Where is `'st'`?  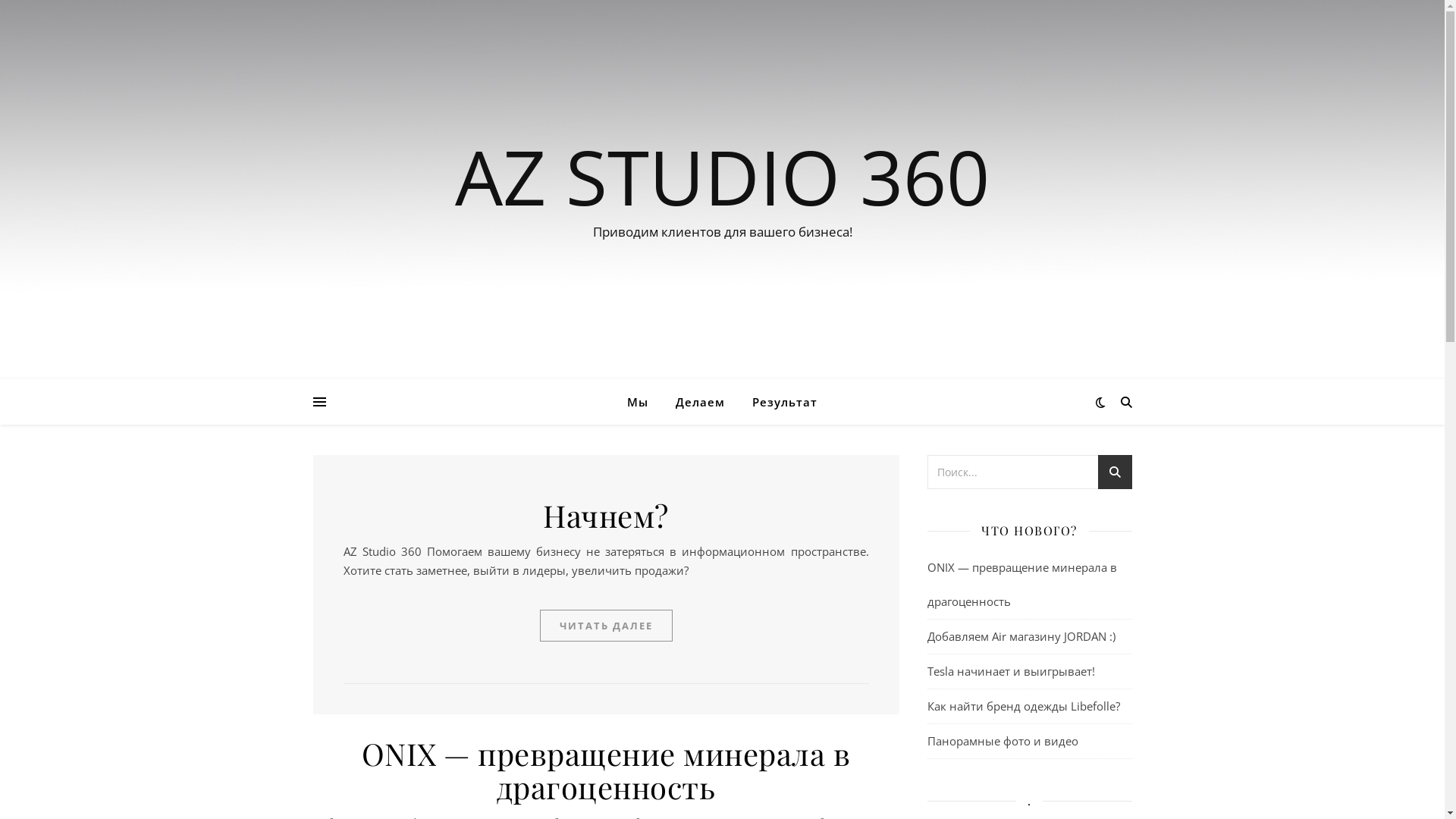
'st' is located at coordinates (1114, 473).